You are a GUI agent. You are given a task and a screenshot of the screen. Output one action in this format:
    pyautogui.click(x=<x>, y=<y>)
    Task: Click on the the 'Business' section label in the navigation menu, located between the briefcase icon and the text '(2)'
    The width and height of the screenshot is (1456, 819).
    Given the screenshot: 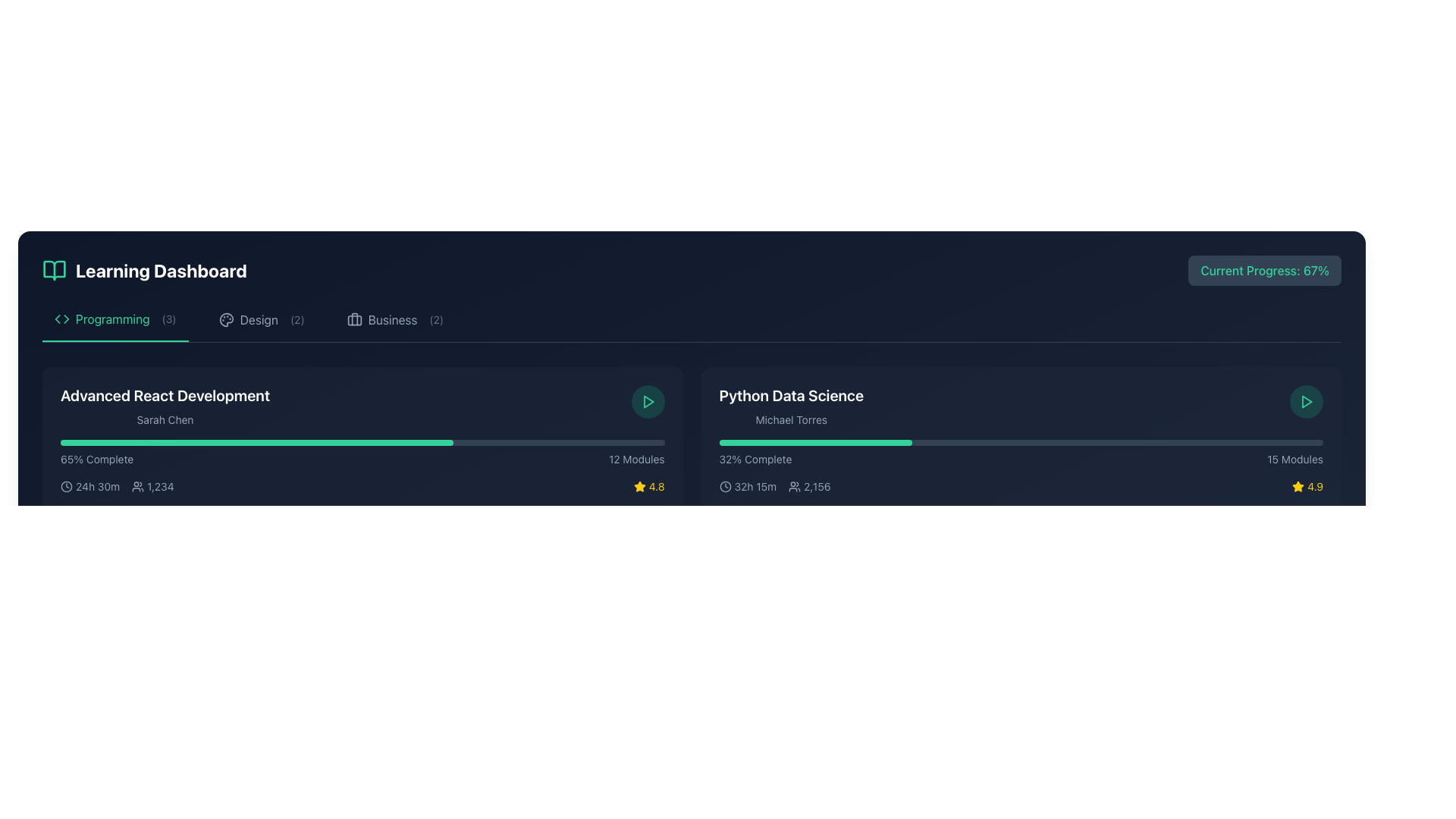 What is the action you would take?
    pyautogui.click(x=393, y=318)
    